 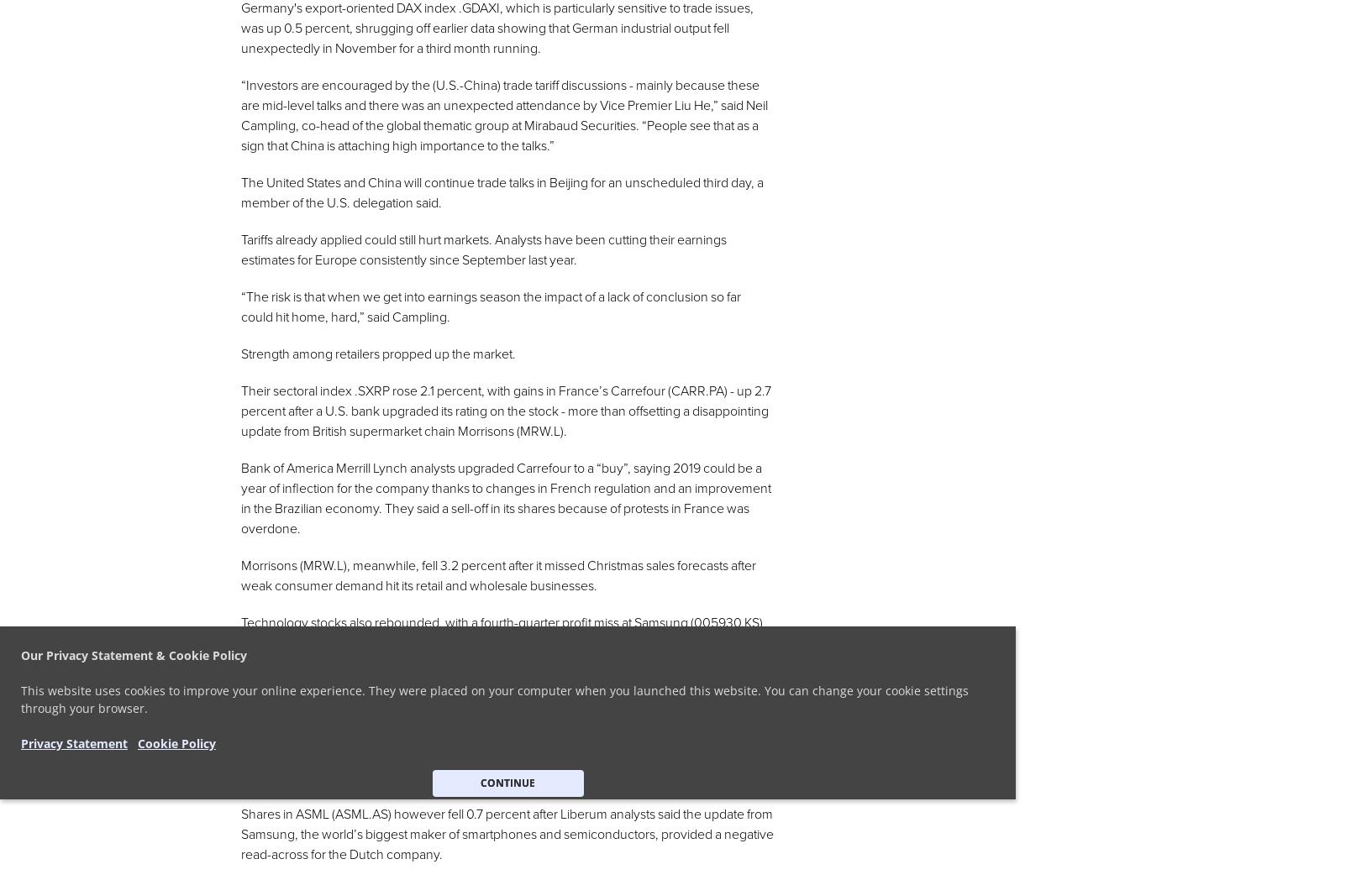 I want to click on 'The tech index .SX8P was up 1.2 percent with chipmaker AMS (AMS.S) jumping 10.8 percent.', so click(x=241, y=699).